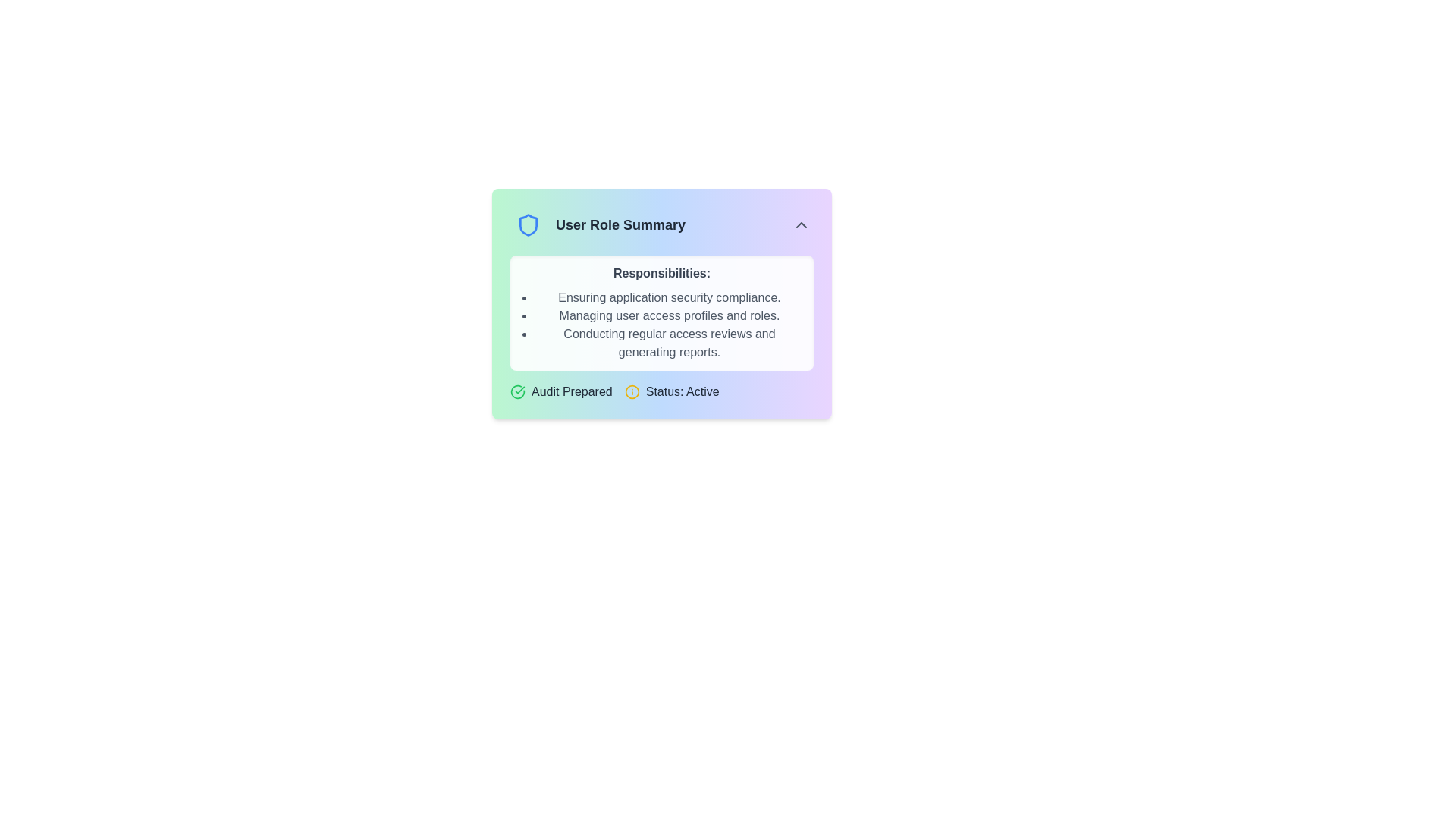 The width and height of the screenshot is (1456, 819). Describe the element at coordinates (671, 391) in the screenshot. I see `status information from the label that displays 'Status: Active' with a yellow circular icon, positioned to the right of the 'Audit Prepared' segment` at that location.